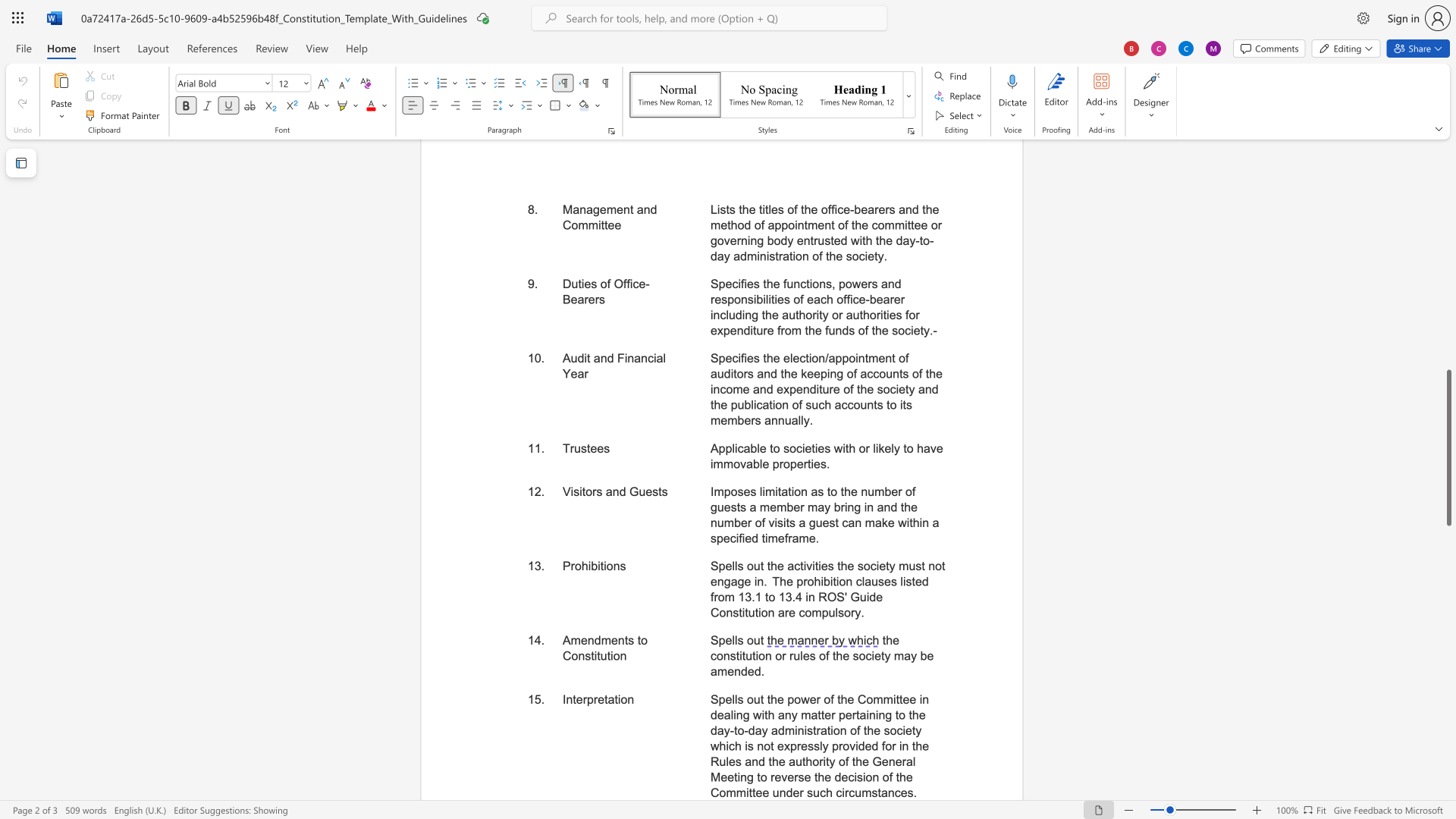 The width and height of the screenshot is (1456, 819). I want to click on the scrollbar, so click(1448, 318).